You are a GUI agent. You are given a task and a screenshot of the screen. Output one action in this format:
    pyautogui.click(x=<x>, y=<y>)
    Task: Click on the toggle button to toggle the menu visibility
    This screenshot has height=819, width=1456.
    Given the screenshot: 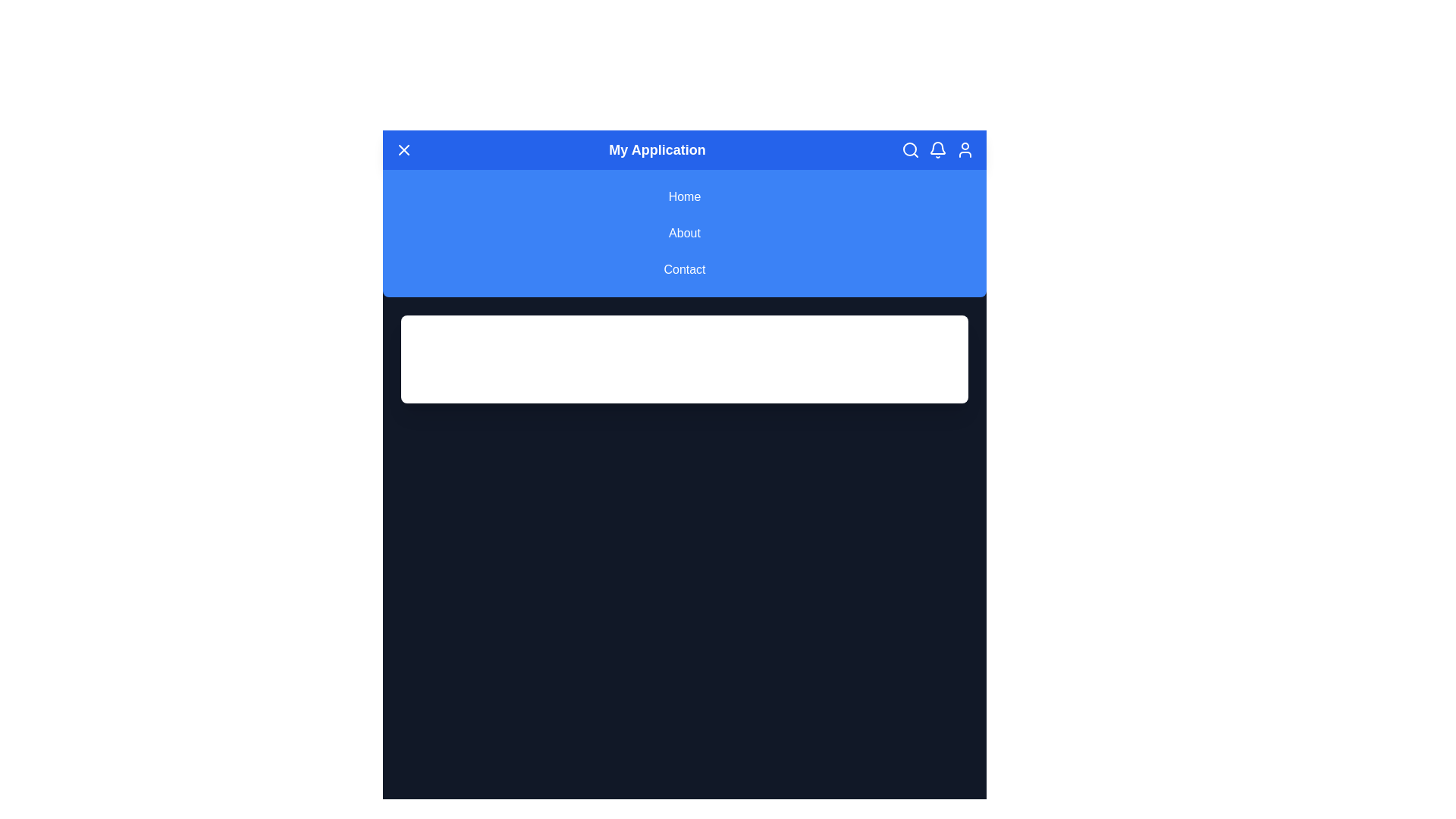 What is the action you would take?
    pyautogui.click(x=403, y=149)
    